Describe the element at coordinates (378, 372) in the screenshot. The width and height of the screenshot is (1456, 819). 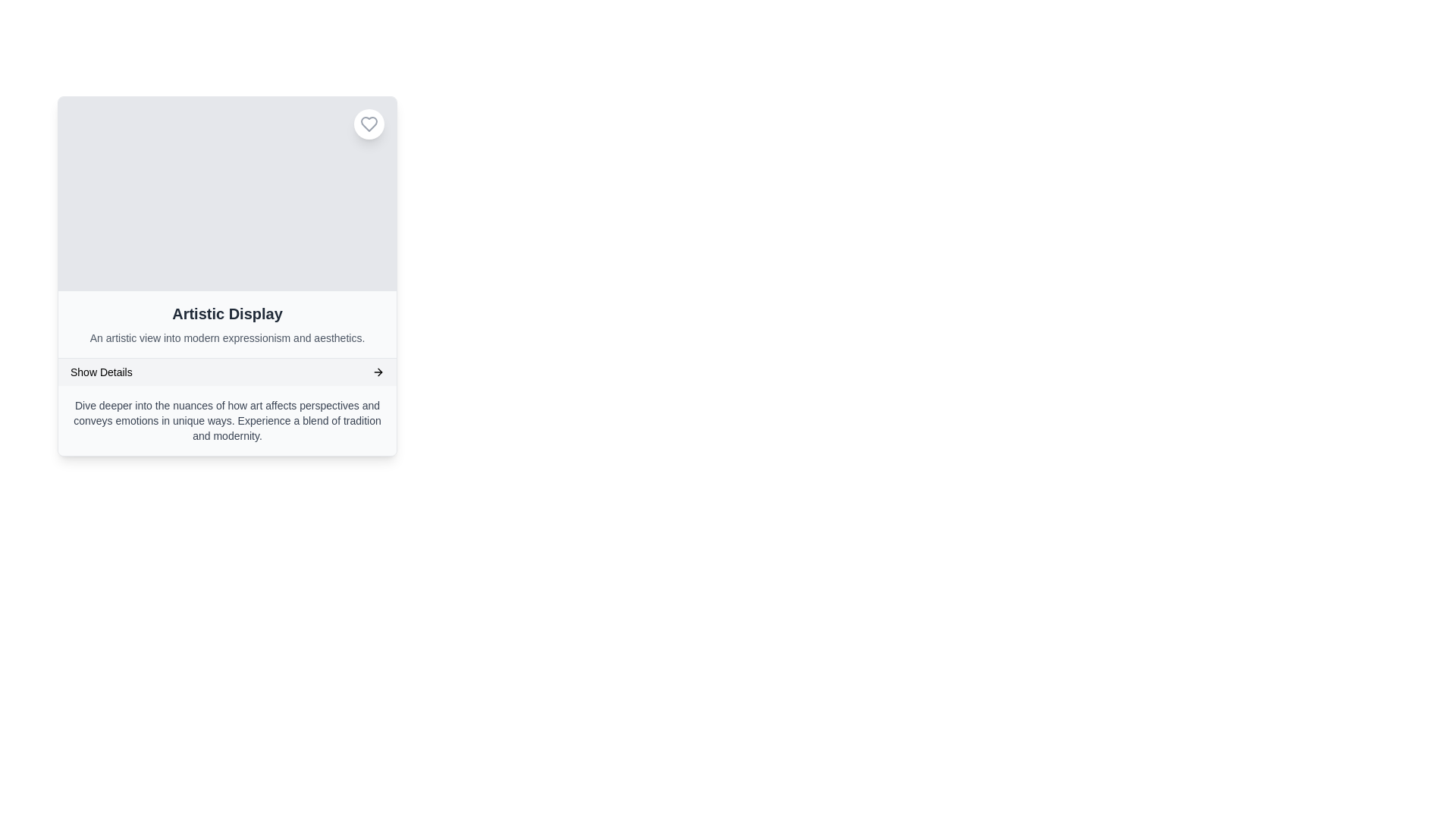
I see `the right arrow icon located at the far right within the 'Show Details' button area` at that location.